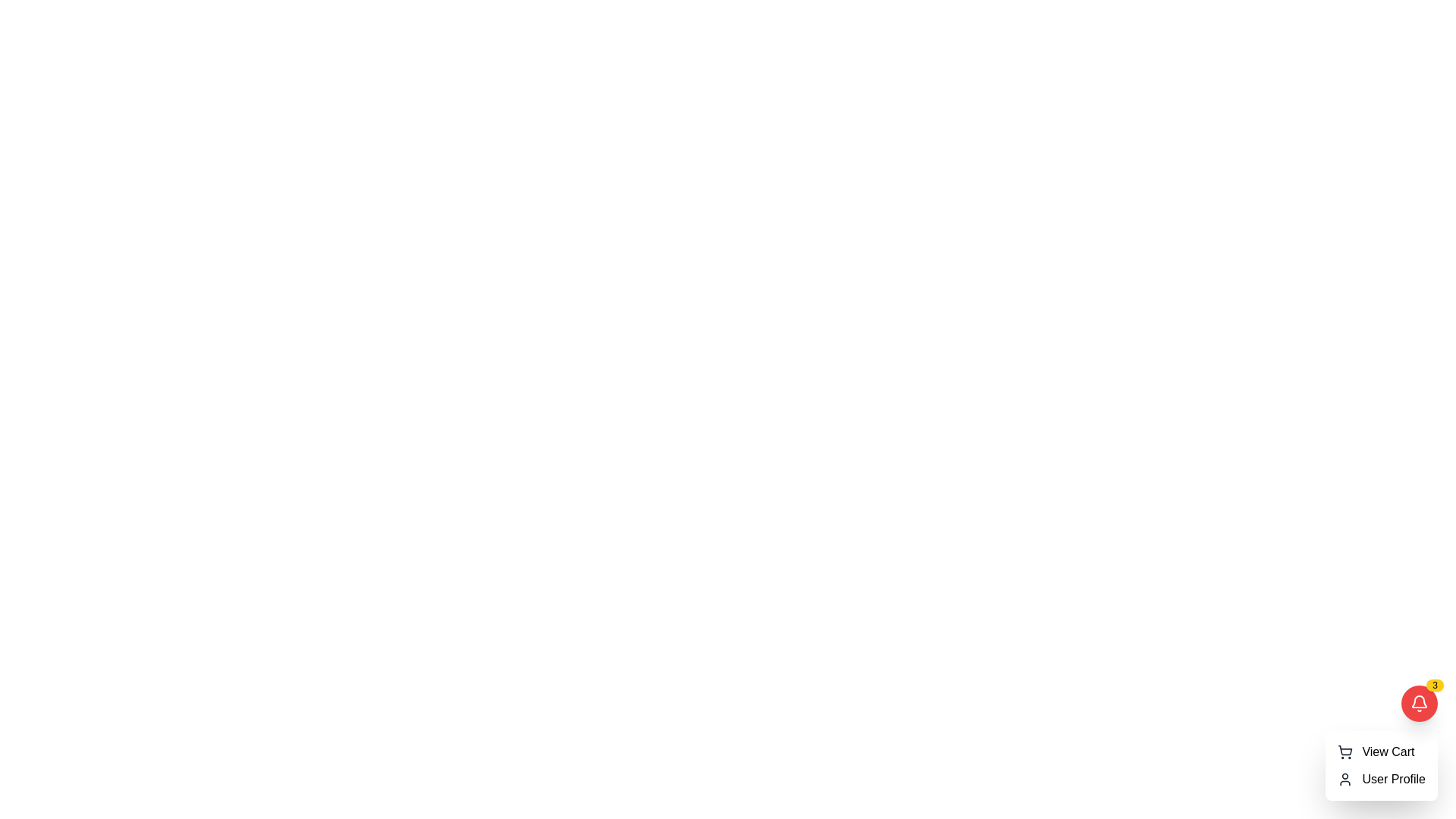 The width and height of the screenshot is (1456, 819). I want to click on the notification count displayed on the notification badge indicating '3', located at the top-right corner of the red circular bell icon in the bottom-right corner of the interface, so click(1434, 685).